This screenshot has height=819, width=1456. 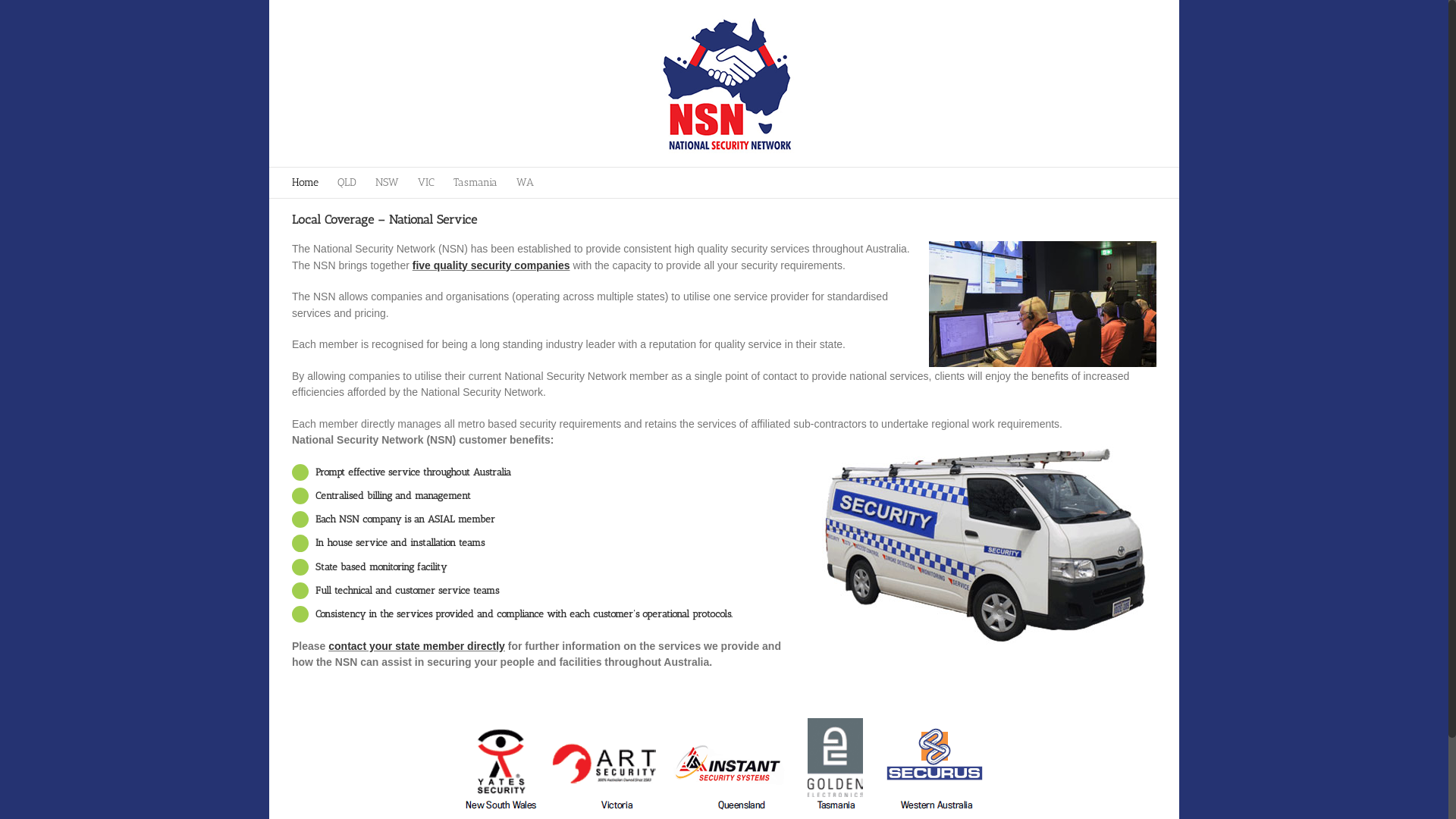 I want to click on 'QLD', so click(x=346, y=181).